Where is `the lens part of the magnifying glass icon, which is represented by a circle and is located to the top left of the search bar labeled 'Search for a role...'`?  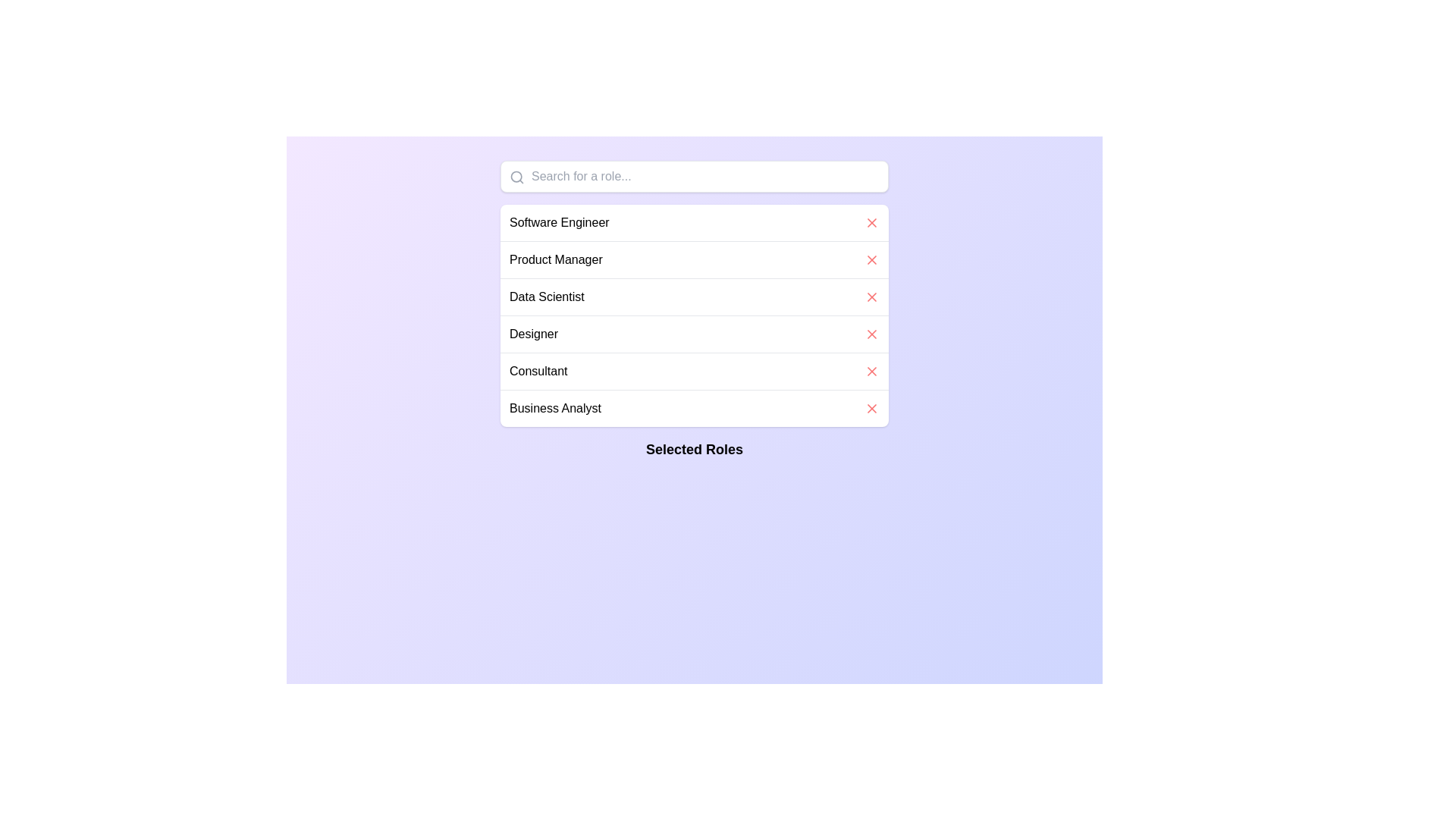
the lens part of the magnifying glass icon, which is represented by a circle and is located to the top left of the search bar labeled 'Search for a role...' is located at coordinates (516, 176).